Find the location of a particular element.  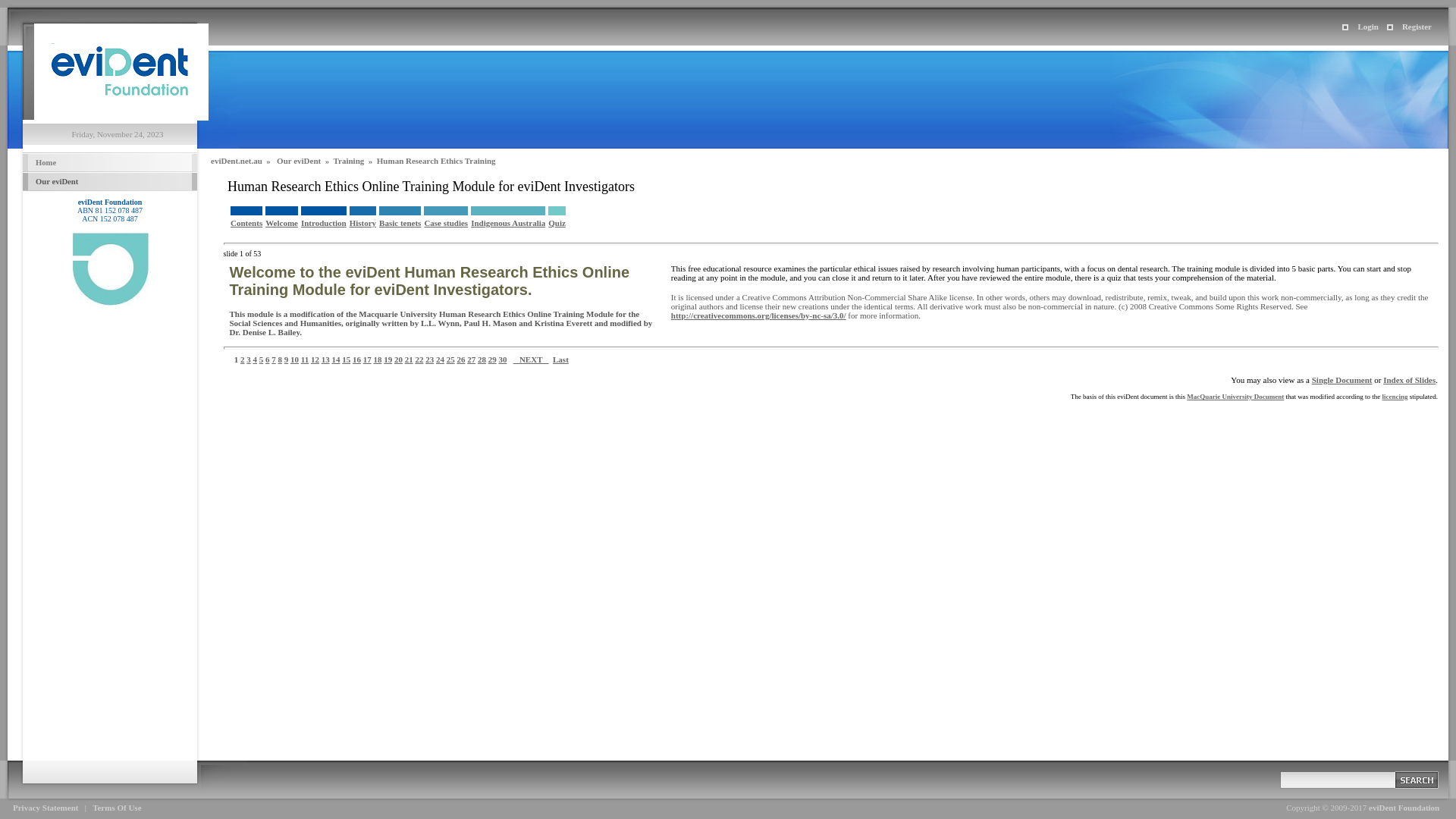

'14' is located at coordinates (334, 359).